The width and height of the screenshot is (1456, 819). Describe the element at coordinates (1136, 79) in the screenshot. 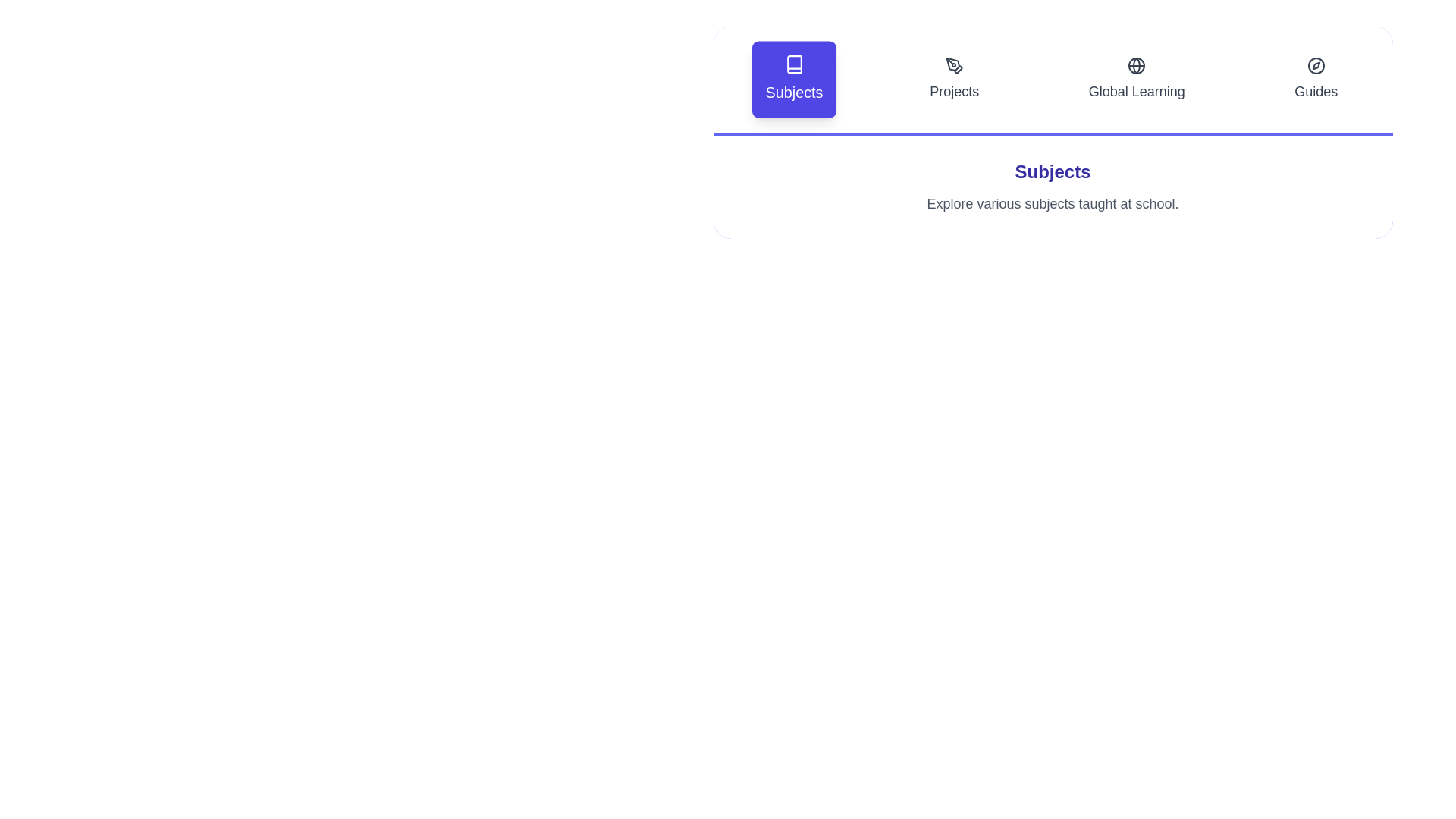

I see `the Global Learning tab to view its content` at that location.